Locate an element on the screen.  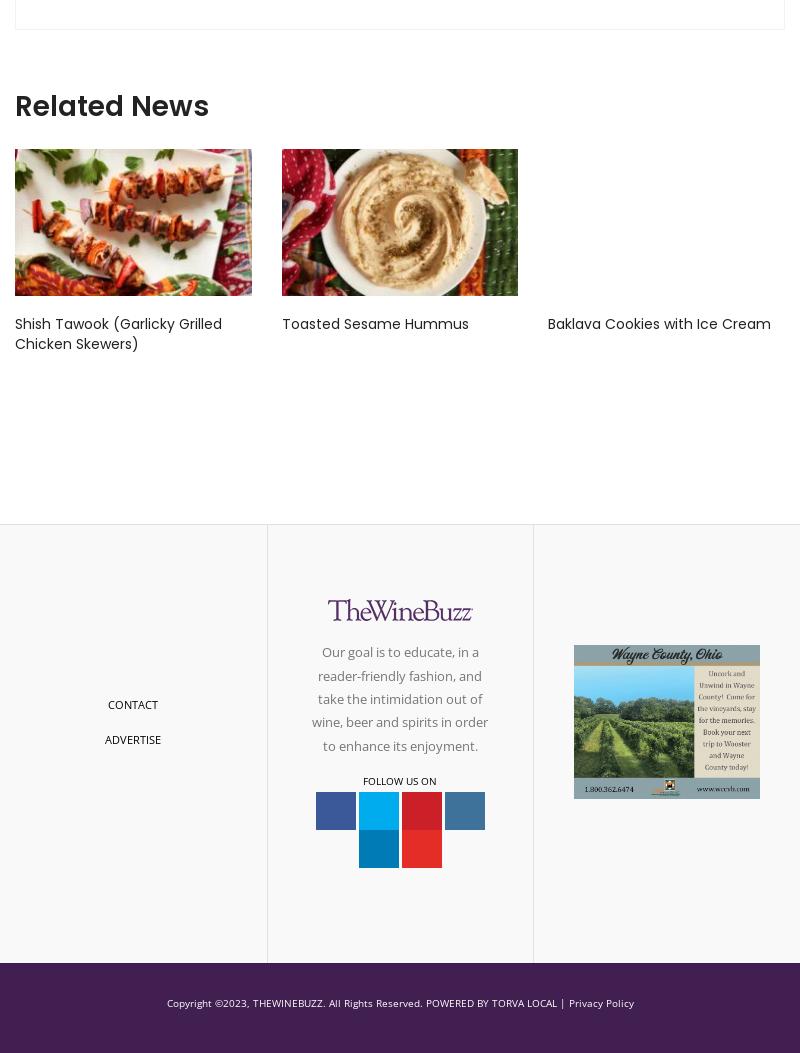
'Copyright ©2023, THEWINEBUZZ. All Rights Reserved. POWERED BY TORVA LOCAL |' is located at coordinates (366, 1002).